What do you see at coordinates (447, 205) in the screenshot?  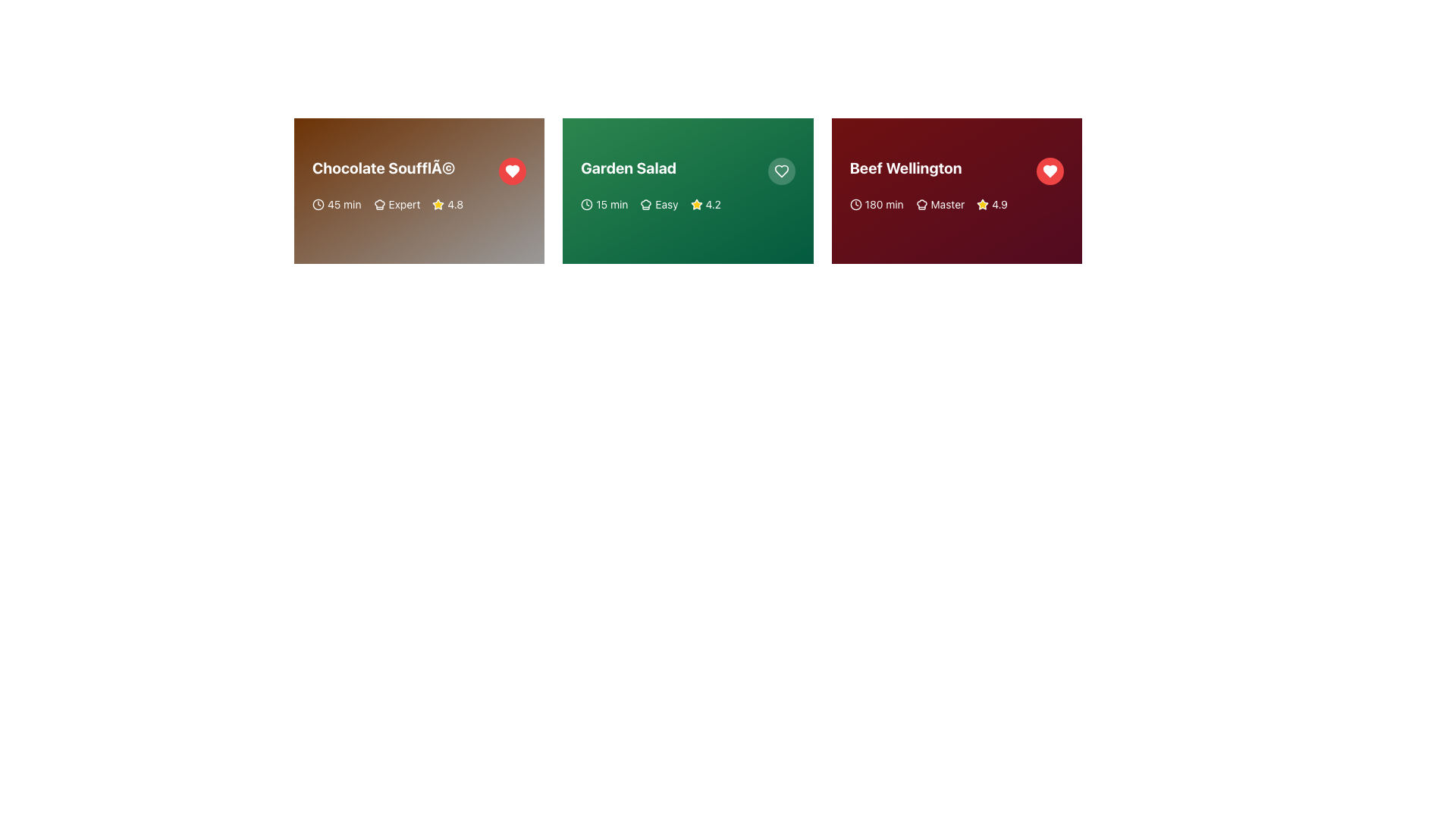 I see `the rating display for 'Chocolate Soufflé', which includes a yellow star icon and the text '4.8'` at bounding box center [447, 205].